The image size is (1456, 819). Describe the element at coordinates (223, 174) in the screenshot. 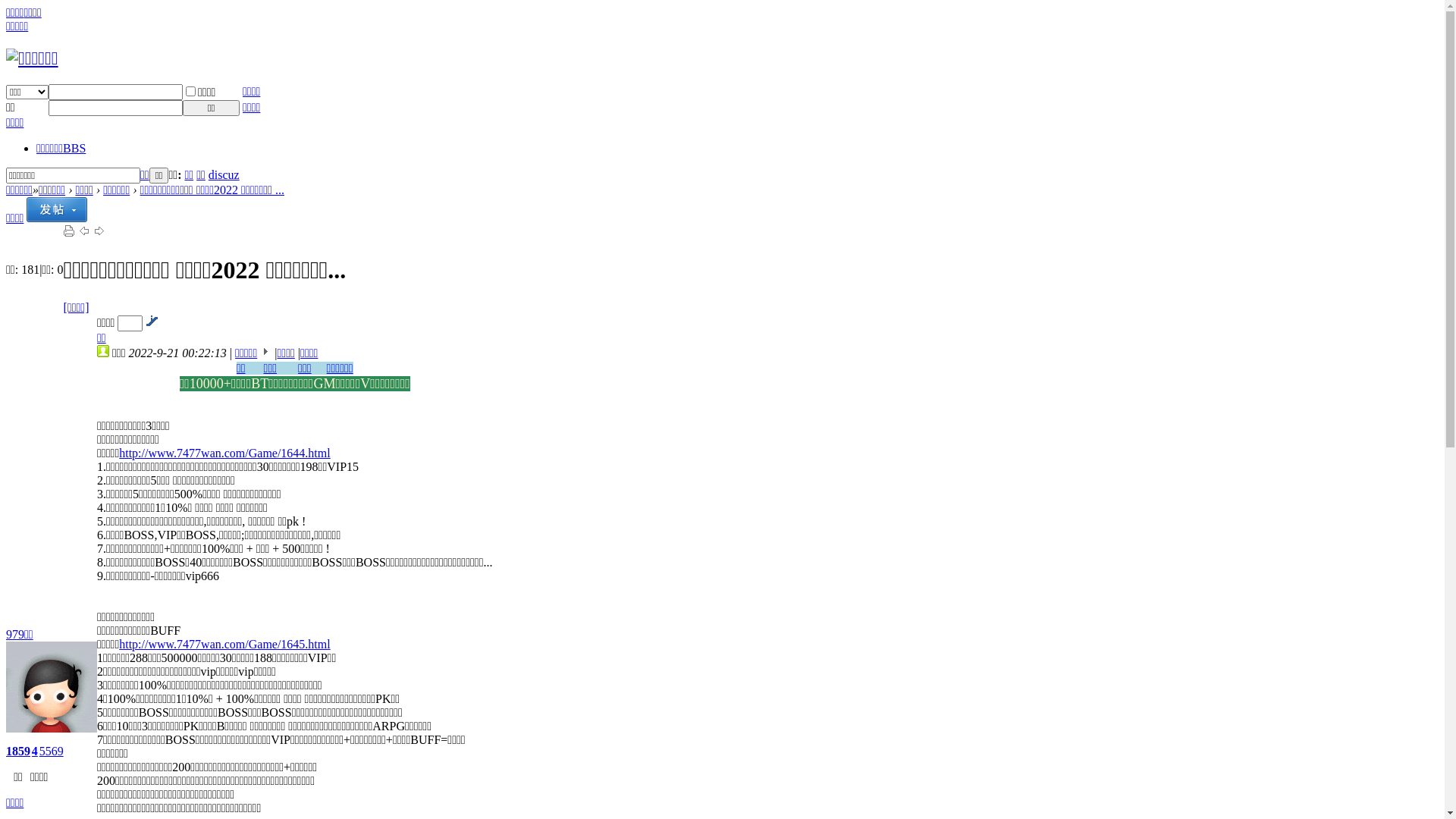

I see `'discuz'` at that location.